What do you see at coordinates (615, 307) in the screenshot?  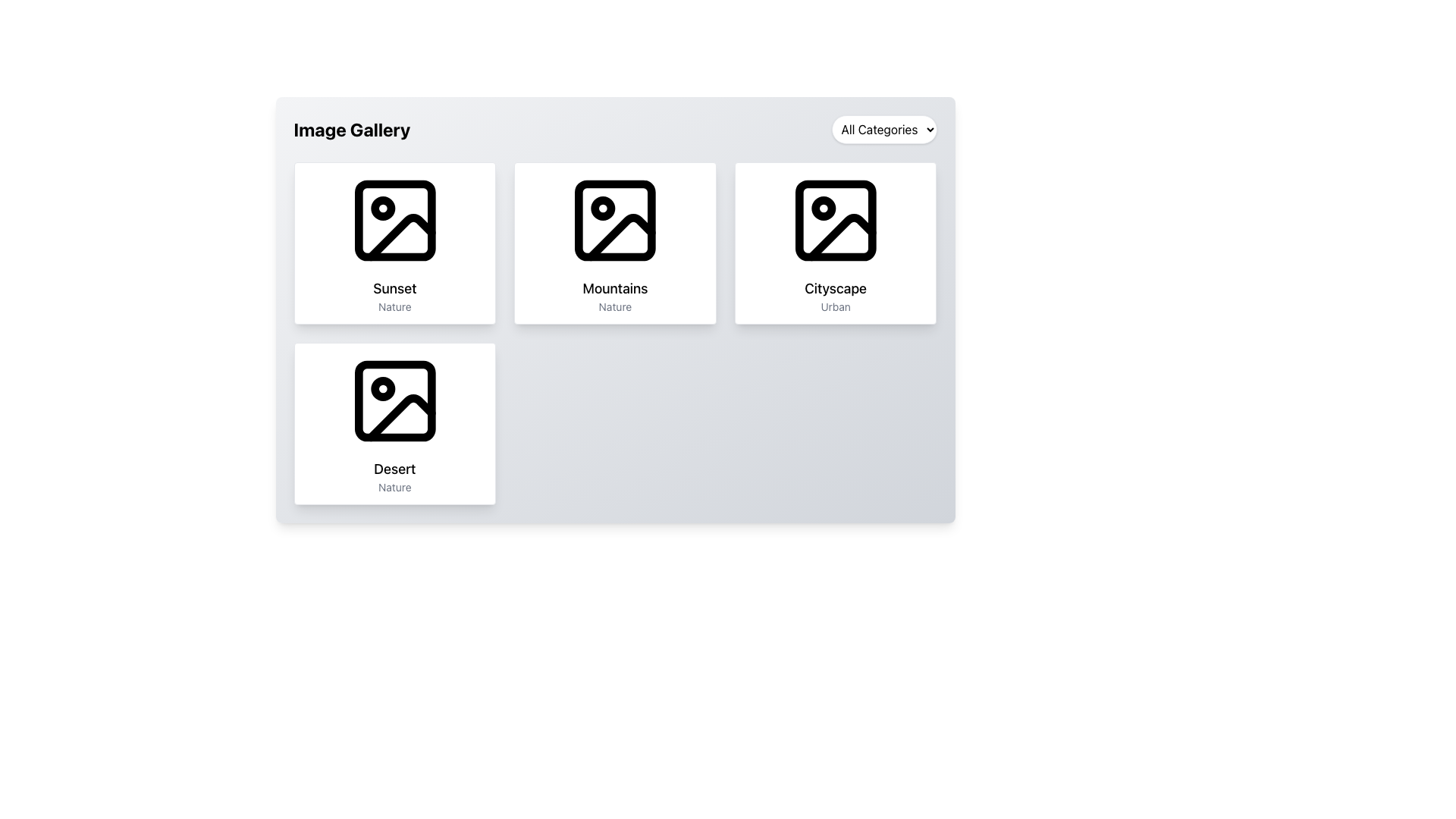 I see `text label displaying the word 'Nature' located below the title 'Mountains' in the second column of the first row of a grid layout` at bounding box center [615, 307].